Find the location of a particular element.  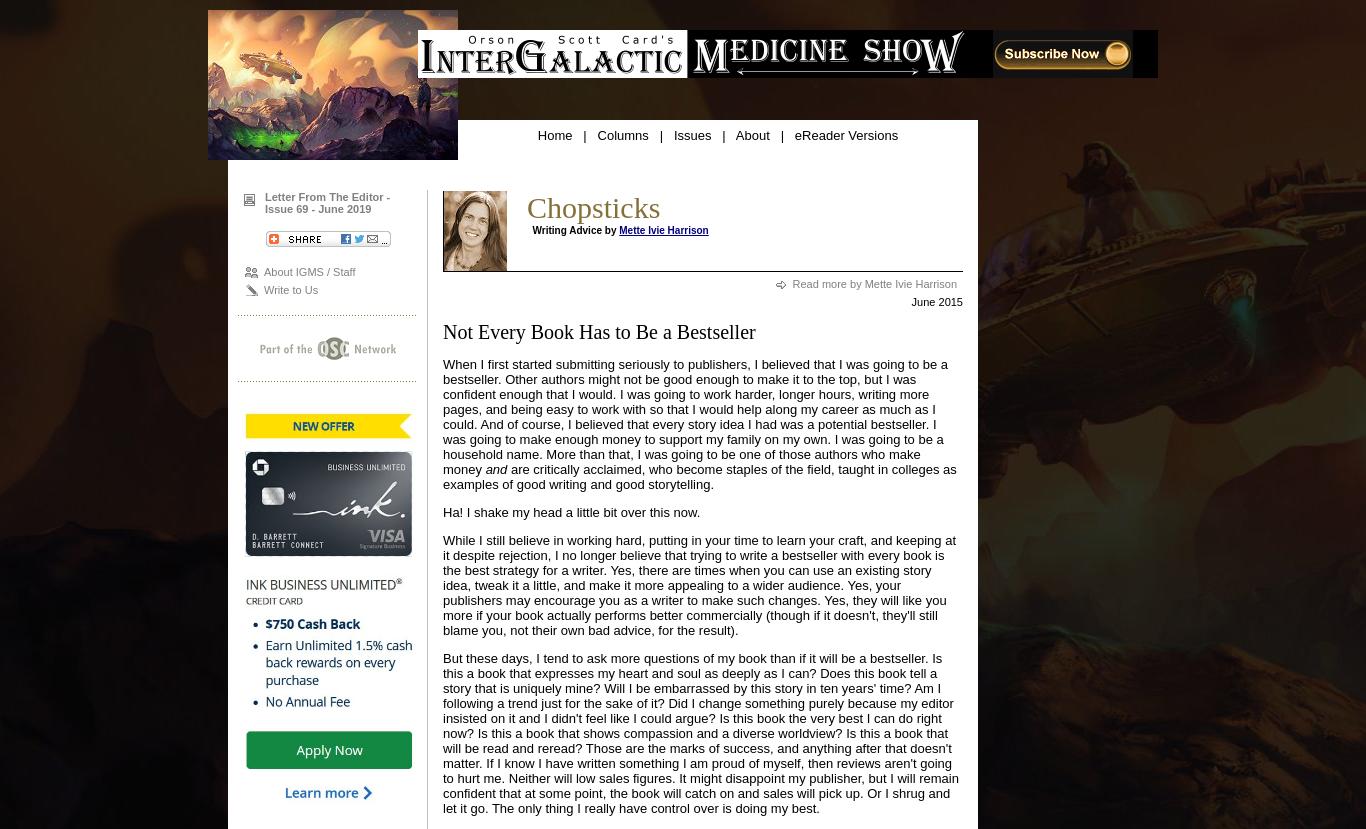

'June 2015' is located at coordinates (936, 302).